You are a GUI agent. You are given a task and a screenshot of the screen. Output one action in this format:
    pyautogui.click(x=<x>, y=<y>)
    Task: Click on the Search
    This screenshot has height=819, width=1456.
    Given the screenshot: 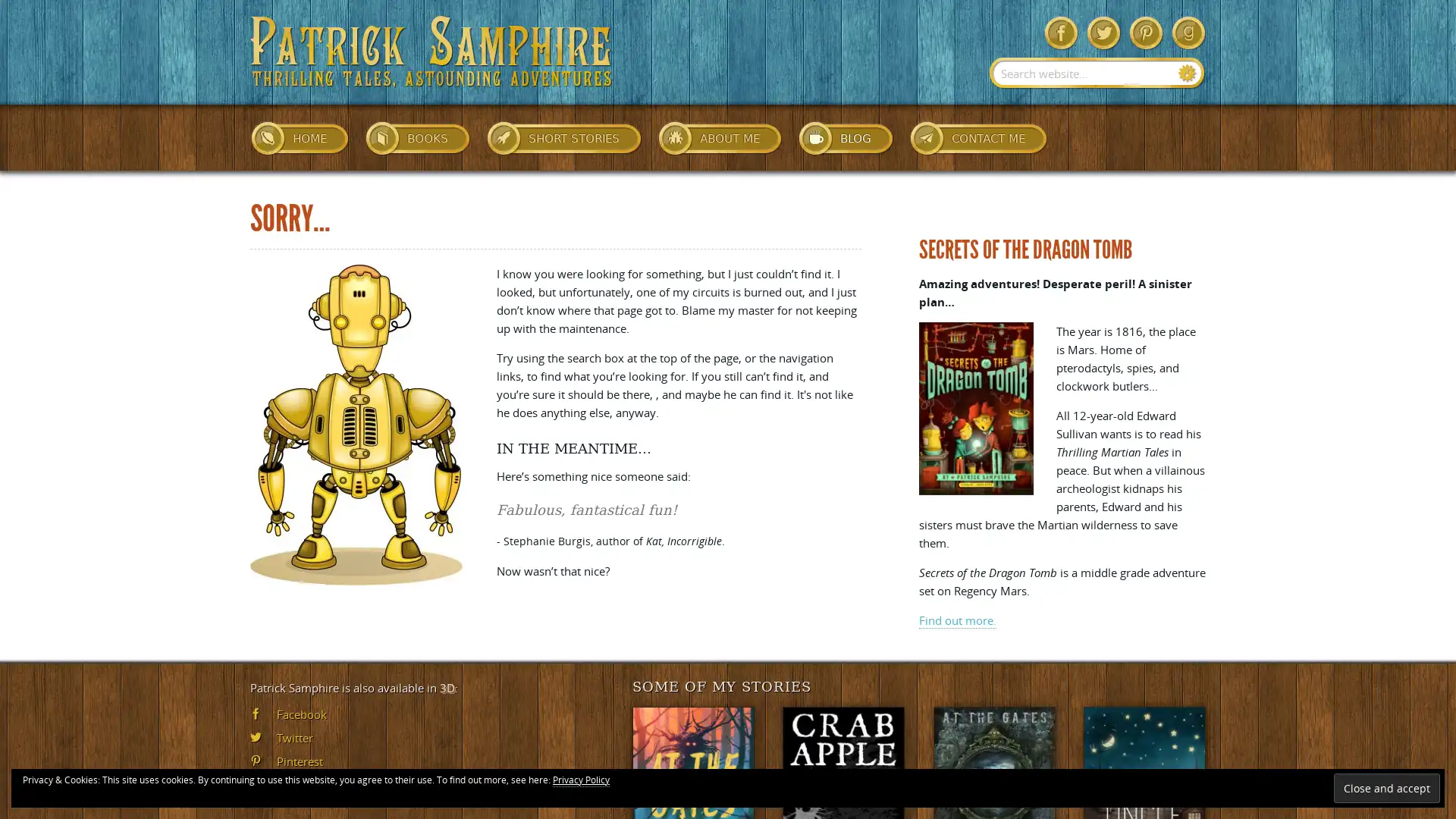 What is the action you would take?
    pyautogui.click(x=1187, y=73)
    